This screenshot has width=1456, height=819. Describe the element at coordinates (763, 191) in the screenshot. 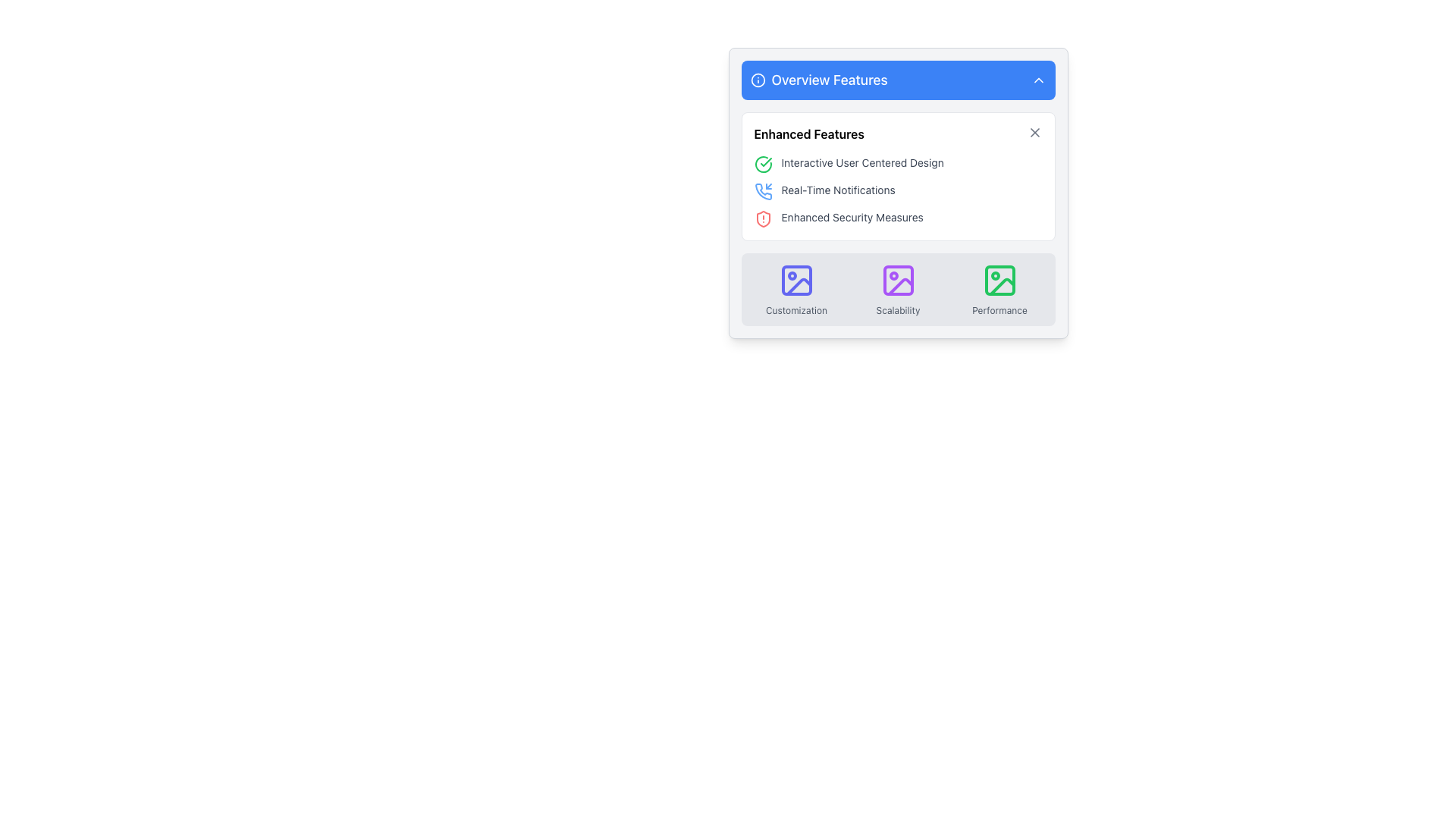

I see `the icon depicting a phone with an arrow, which is styled with a thin blue stroke and located near the text 'Real-Time Notifications' in the 'Enhanced Features' section` at that location.